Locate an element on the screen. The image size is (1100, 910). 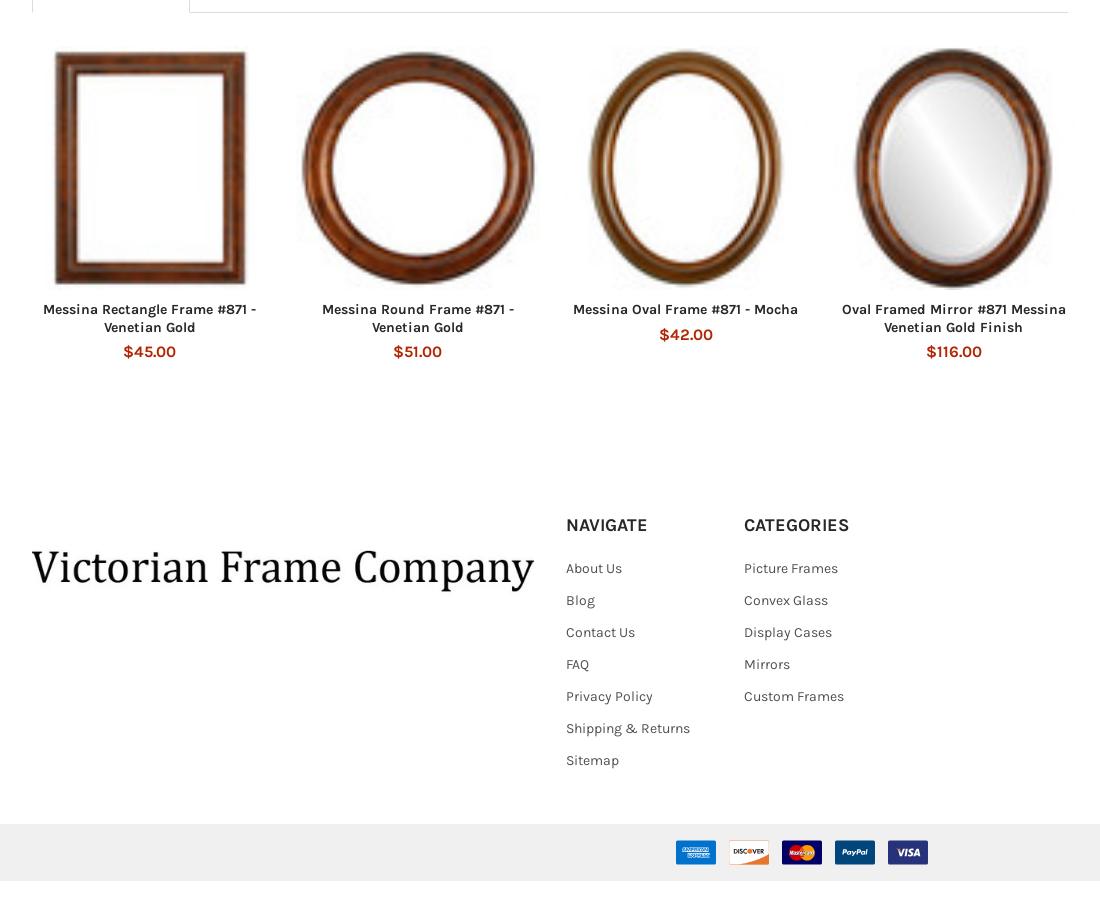
'Blog' is located at coordinates (564, 628).